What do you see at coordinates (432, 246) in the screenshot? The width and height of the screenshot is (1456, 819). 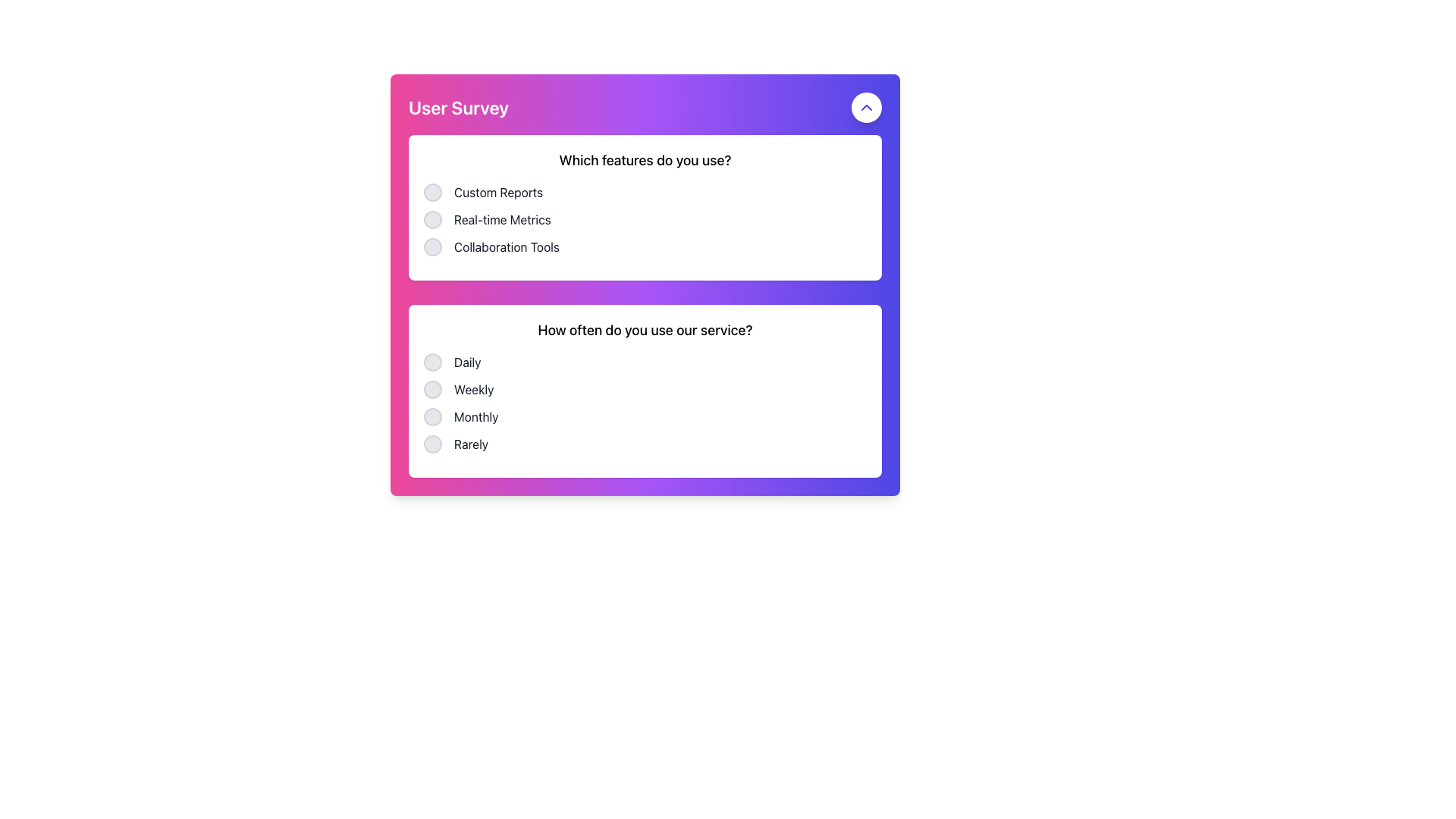 I see `the radio button for 'Collaboration Tools'` at bounding box center [432, 246].